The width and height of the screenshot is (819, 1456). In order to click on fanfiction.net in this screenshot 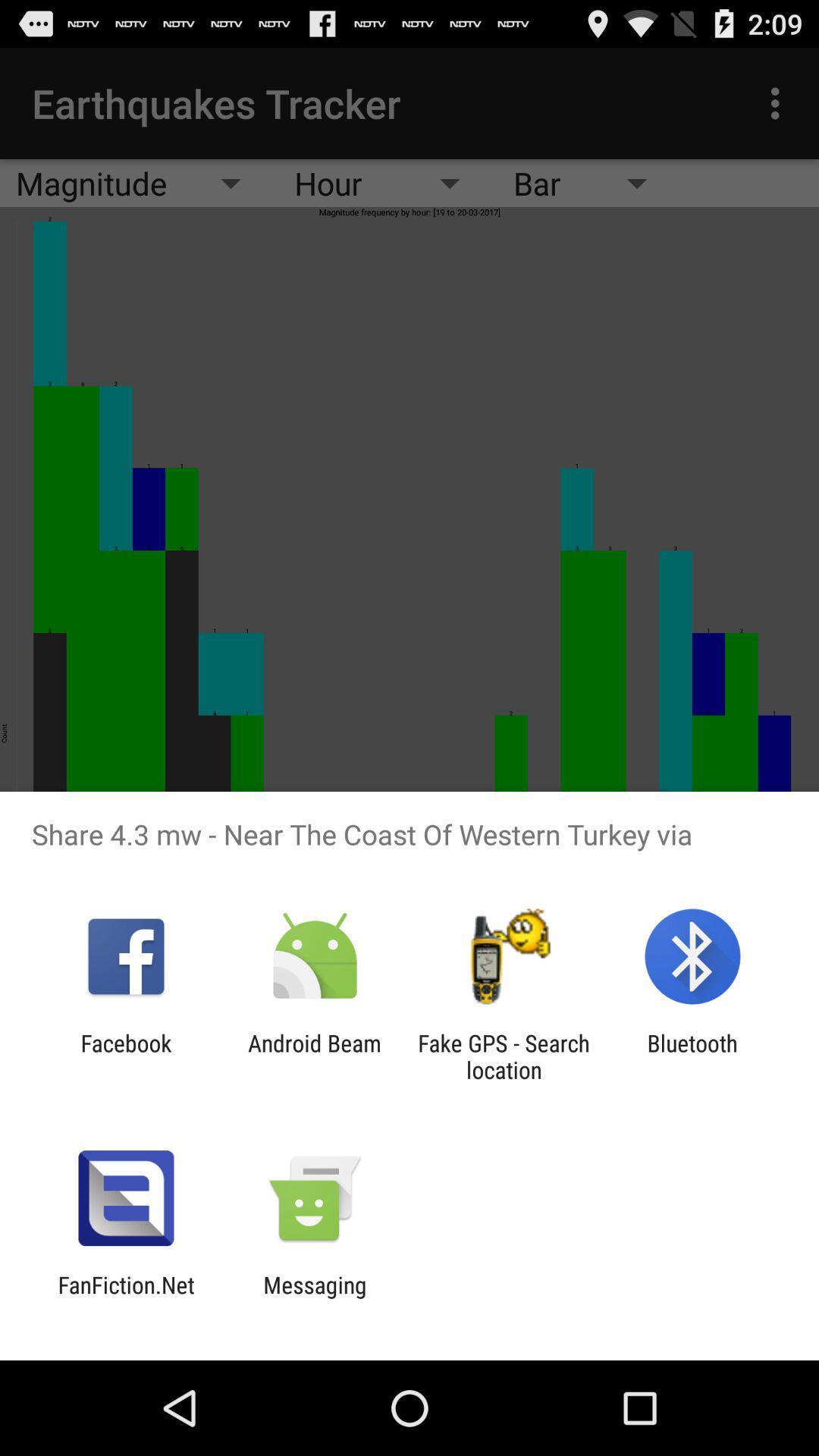, I will do `click(125, 1298)`.